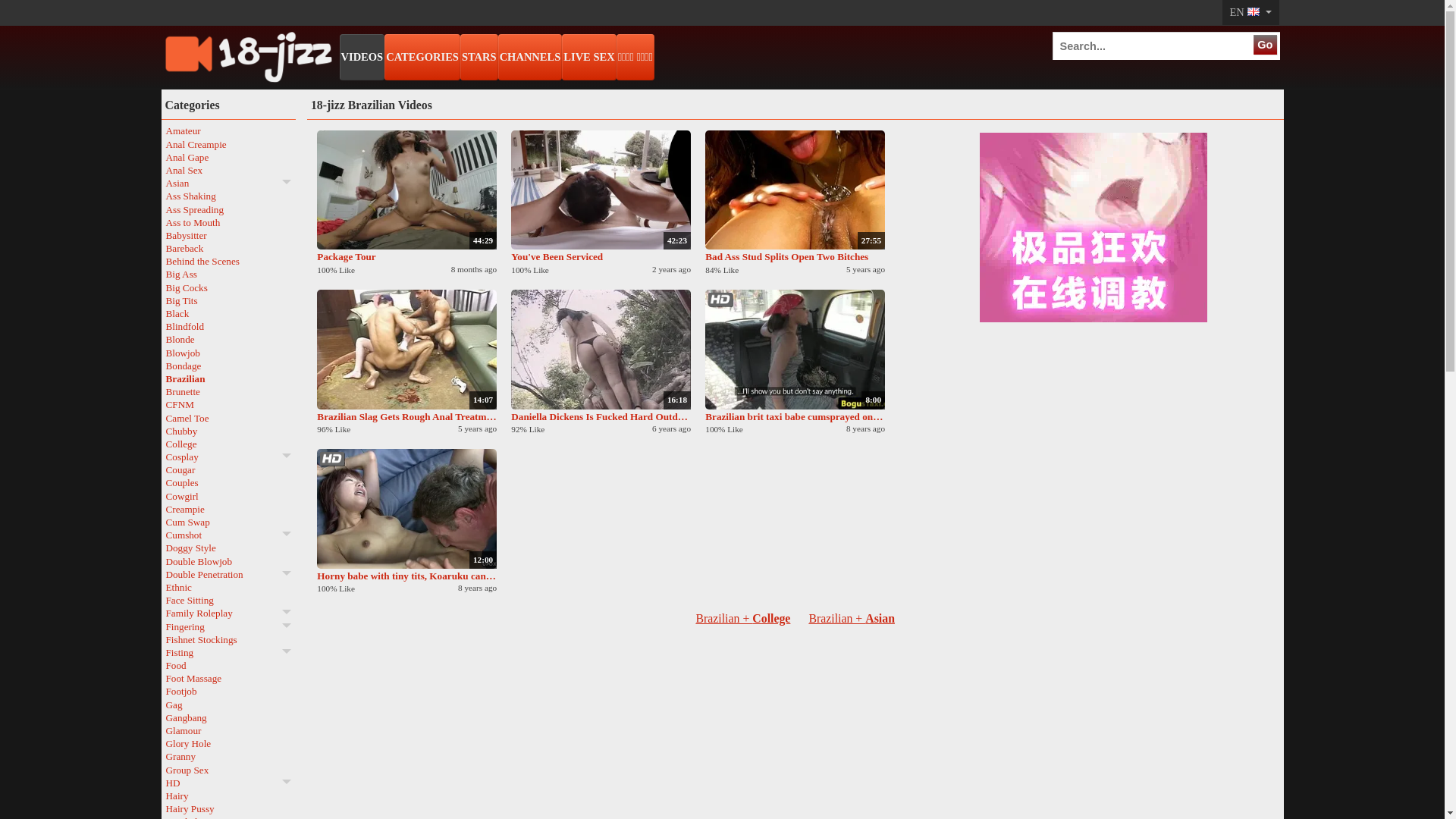 This screenshot has width=1456, height=819. Describe the element at coordinates (227, 247) in the screenshot. I see `'Bareback'` at that location.